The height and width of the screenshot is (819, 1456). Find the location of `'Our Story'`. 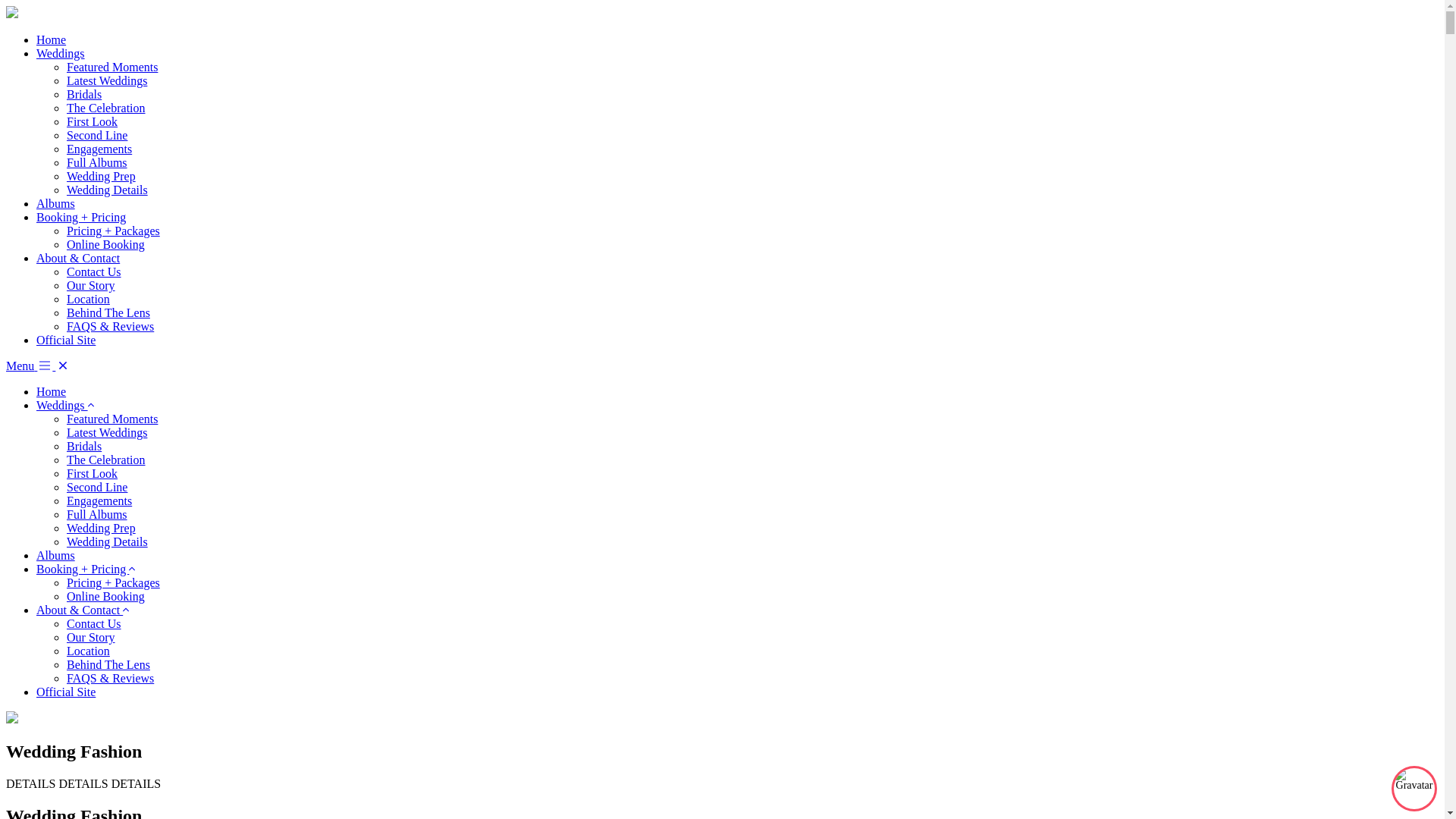

'Our Story' is located at coordinates (65, 285).